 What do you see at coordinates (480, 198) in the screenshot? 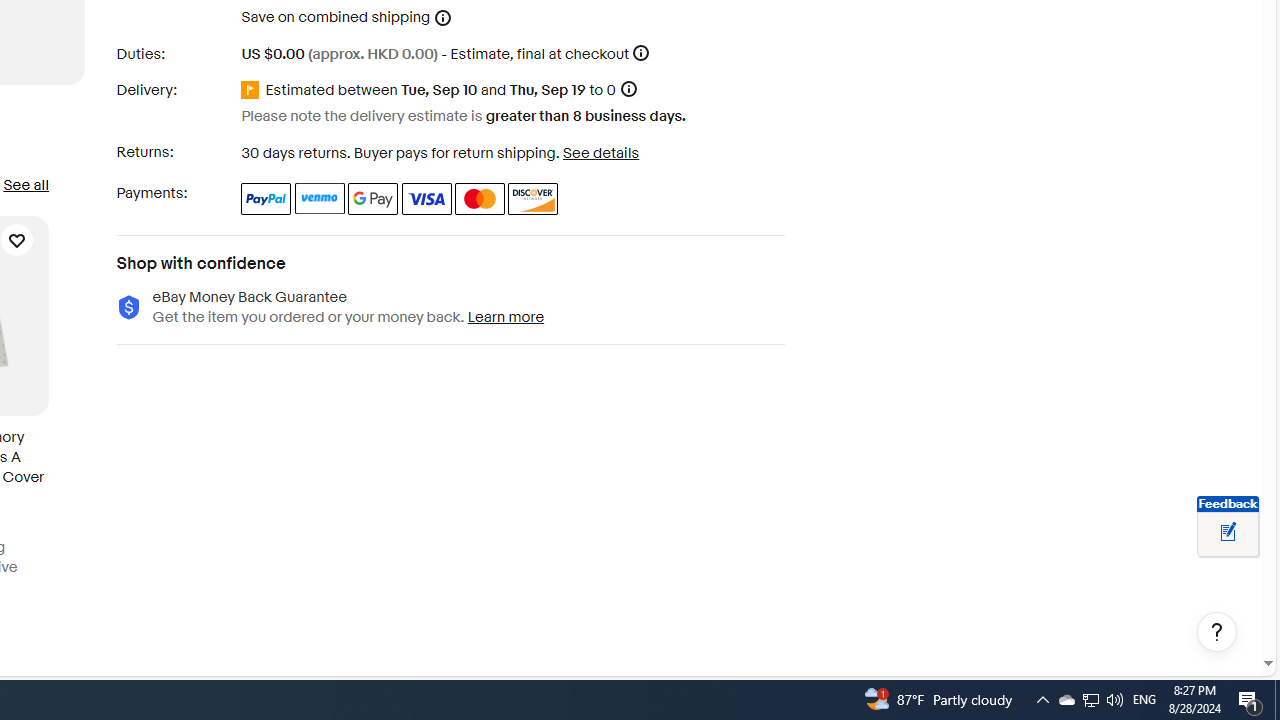
I see `'Master Card'` at bounding box center [480, 198].